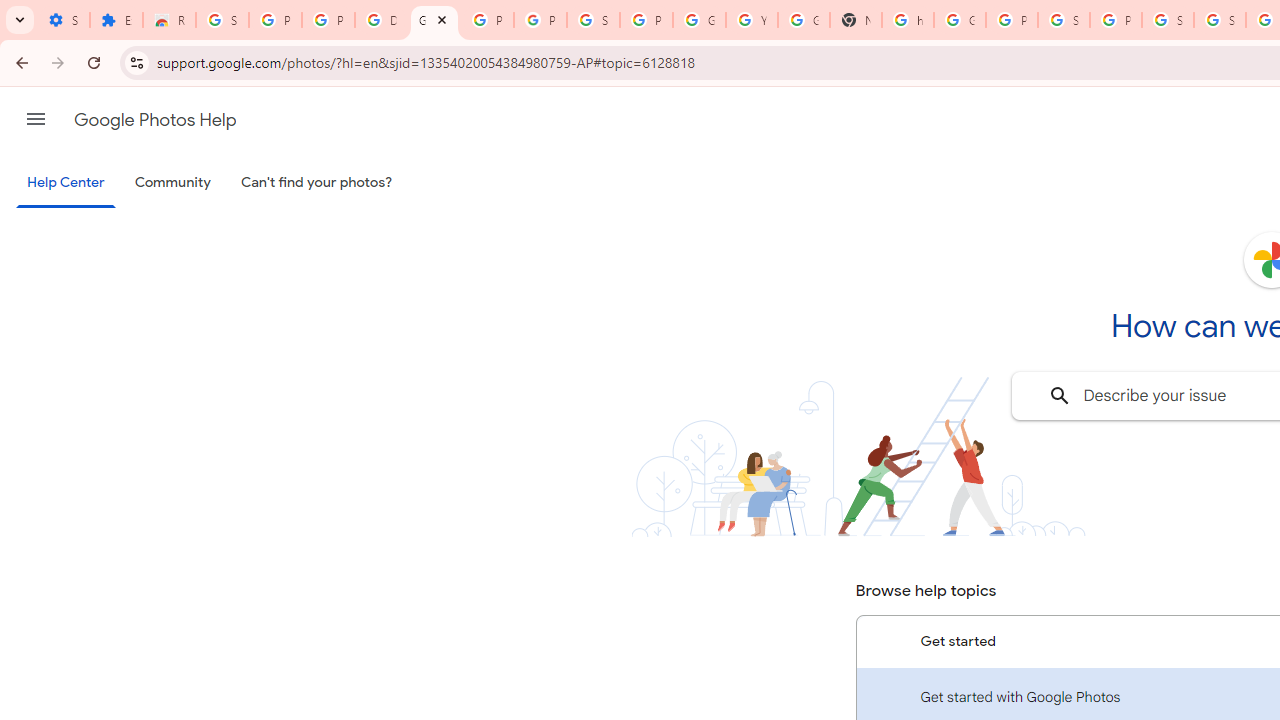 The height and width of the screenshot is (720, 1280). What do you see at coordinates (855, 20) in the screenshot?
I see `'New Tab'` at bounding box center [855, 20].